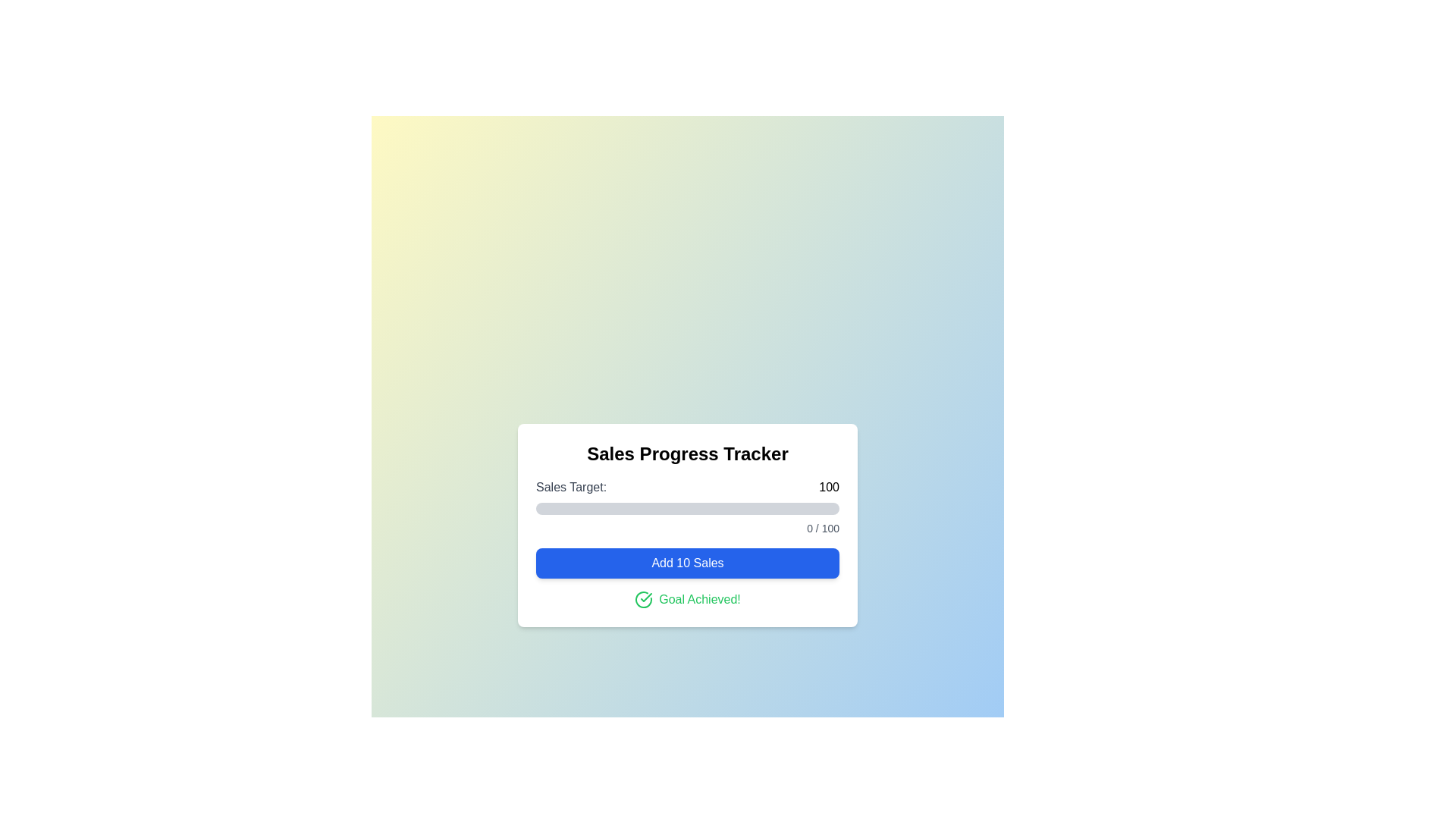 The width and height of the screenshot is (1456, 819). I want to click on text of the progress bar labeled 'Sales Target:' which displays the current value and the total target value beneath it, located at the center of the progress bar, so click(687, 507).